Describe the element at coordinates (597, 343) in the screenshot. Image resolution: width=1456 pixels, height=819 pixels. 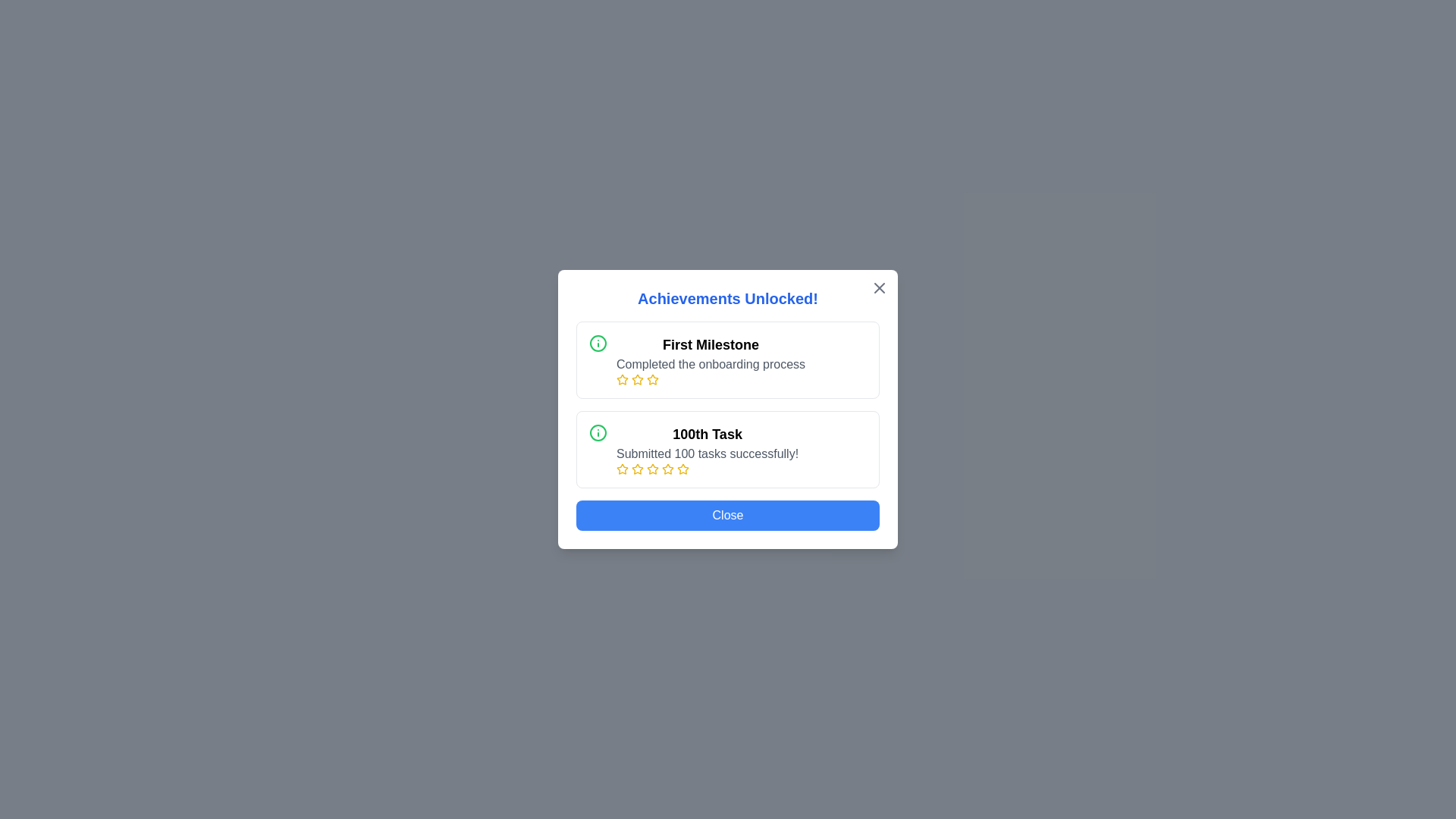
I see `the informational symbol icon located at the top left corner inside the 'First Milestone' achievement card` at that location.